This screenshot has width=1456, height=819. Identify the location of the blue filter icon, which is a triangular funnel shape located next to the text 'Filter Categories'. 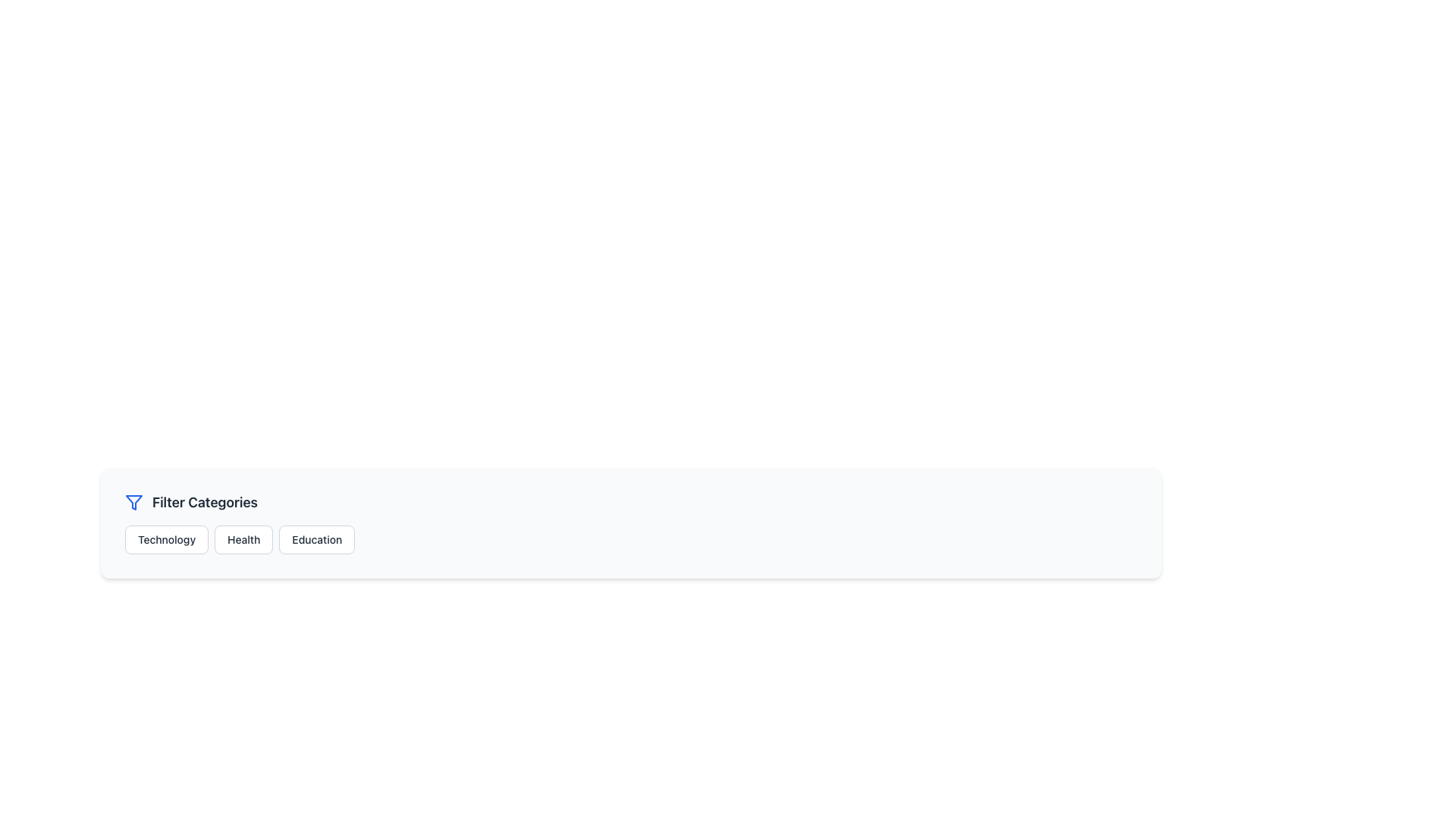
(134, 503).